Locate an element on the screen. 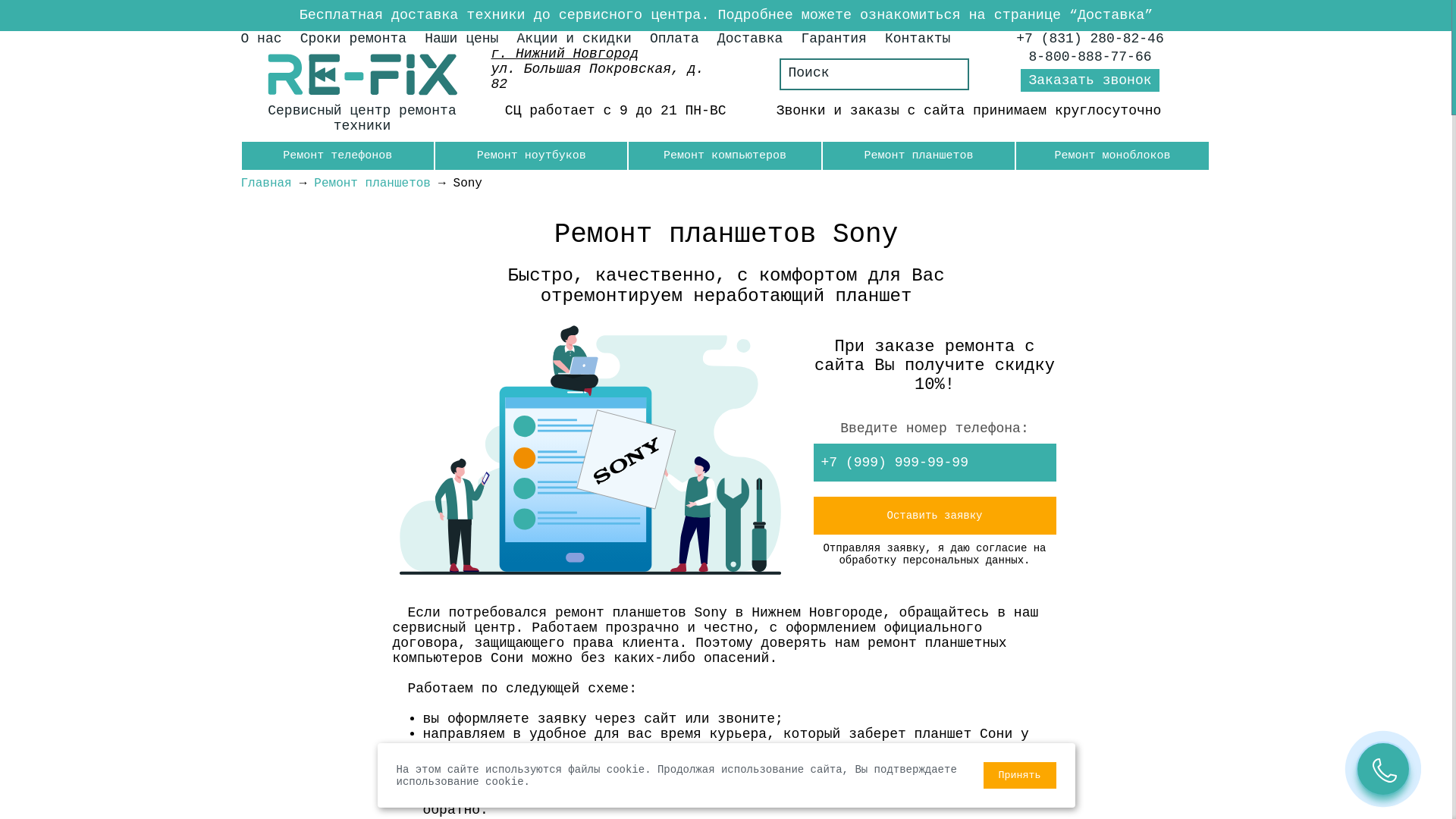 The image size is (1456, 819). '+7 (831) 280-82-46' is located at coordinates (1015, 37).